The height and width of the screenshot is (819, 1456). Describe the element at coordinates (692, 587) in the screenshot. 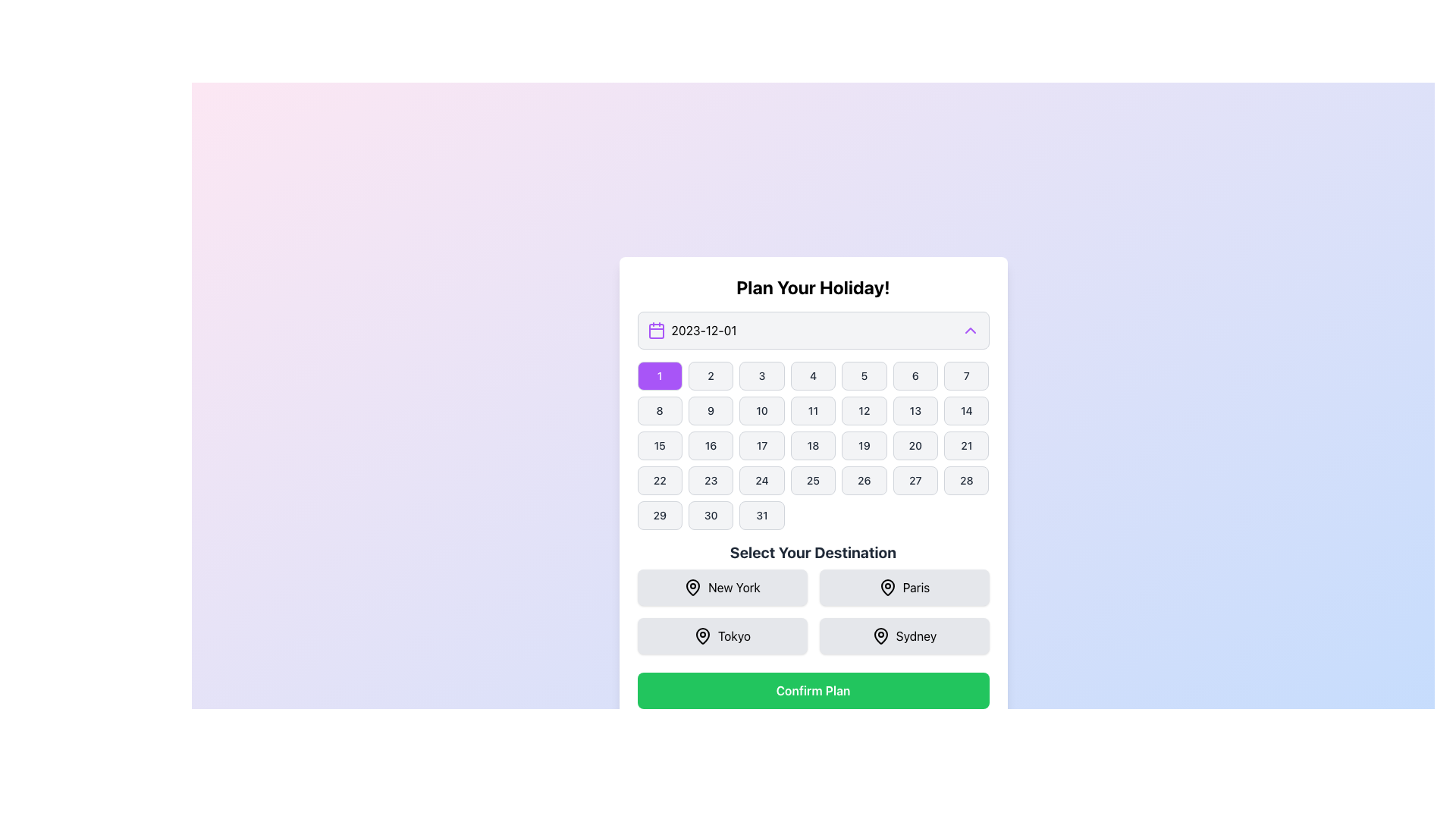

I see `the location marker icon representing 'New York' in the destination selection grid` at that location.